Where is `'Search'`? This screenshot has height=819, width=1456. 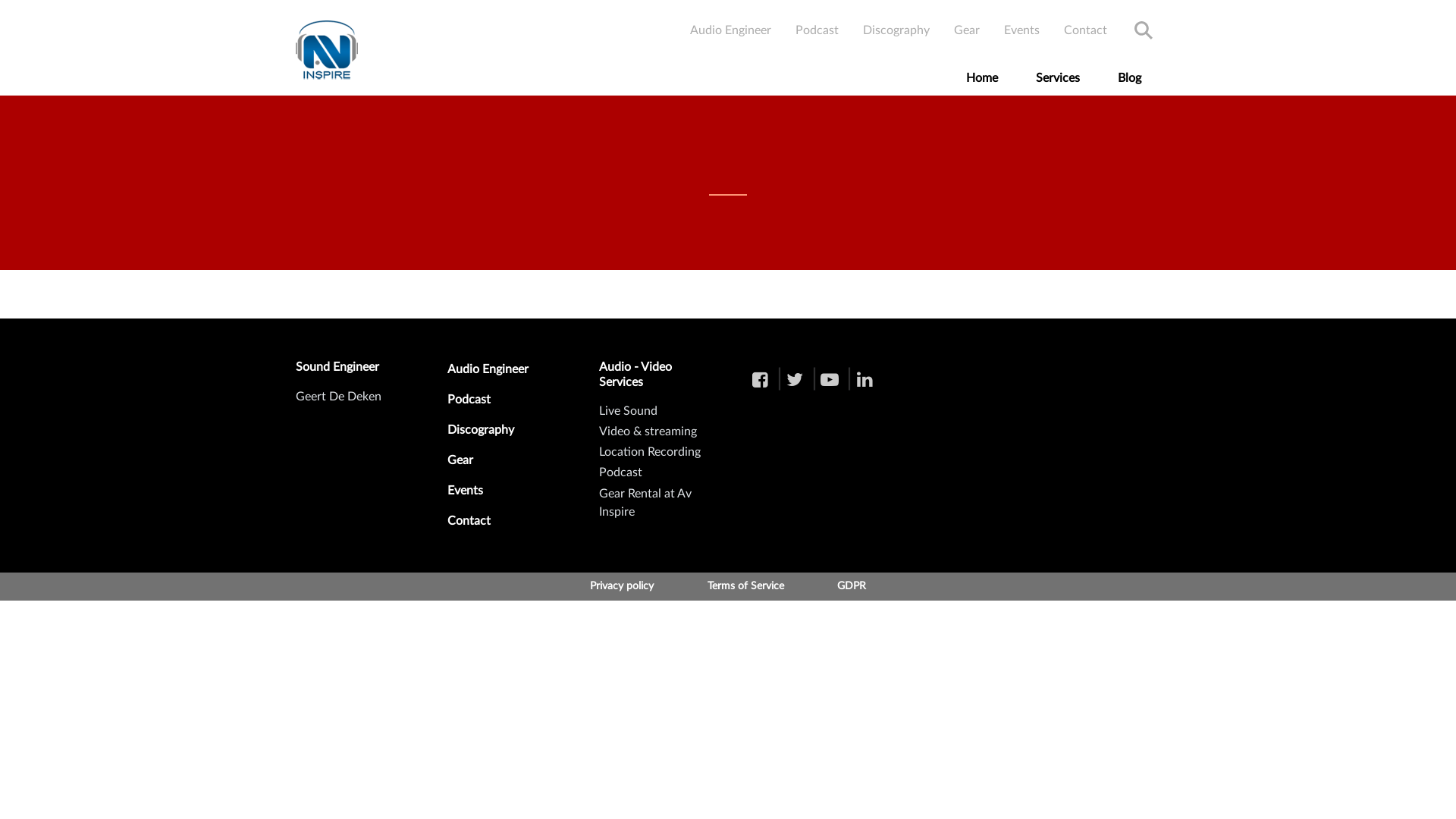
'Search' is located at coordinates (1143, 30).